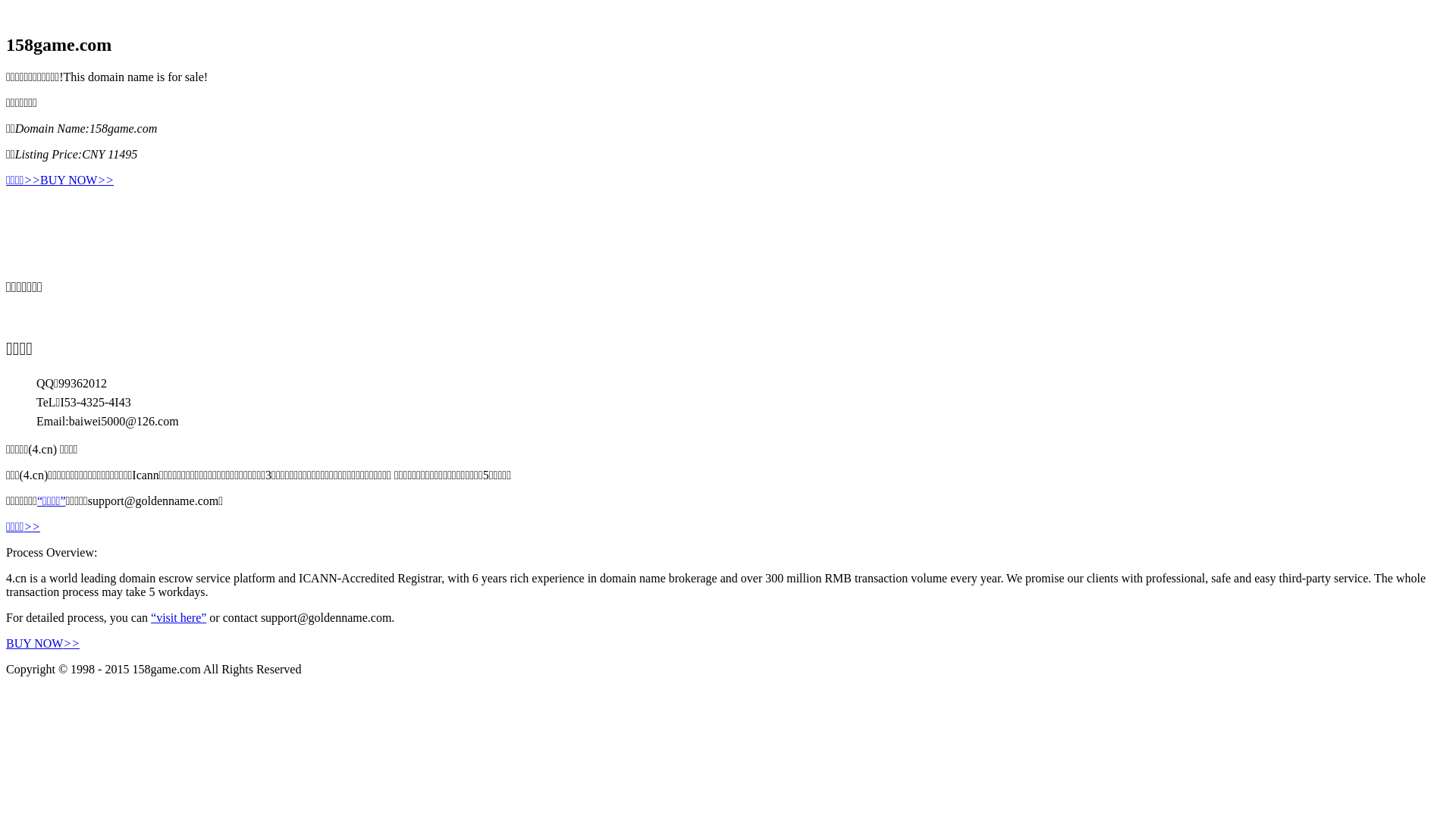  I want to click on 'BUY NOW>>', so click(42, 643).